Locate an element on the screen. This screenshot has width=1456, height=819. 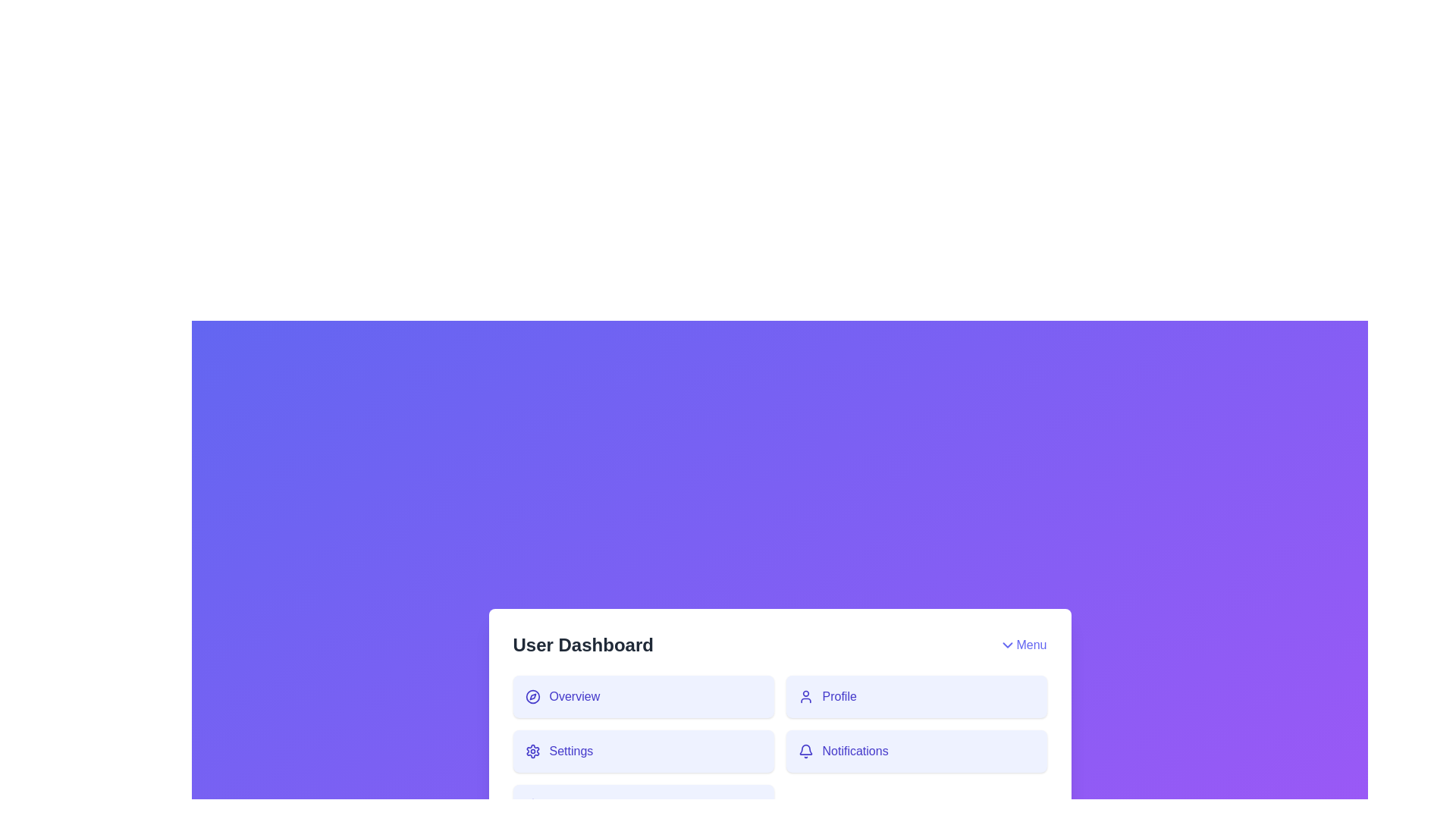
the 'Settings' button to navigate to the 'Settings' section is located at coordinates (643, 752).